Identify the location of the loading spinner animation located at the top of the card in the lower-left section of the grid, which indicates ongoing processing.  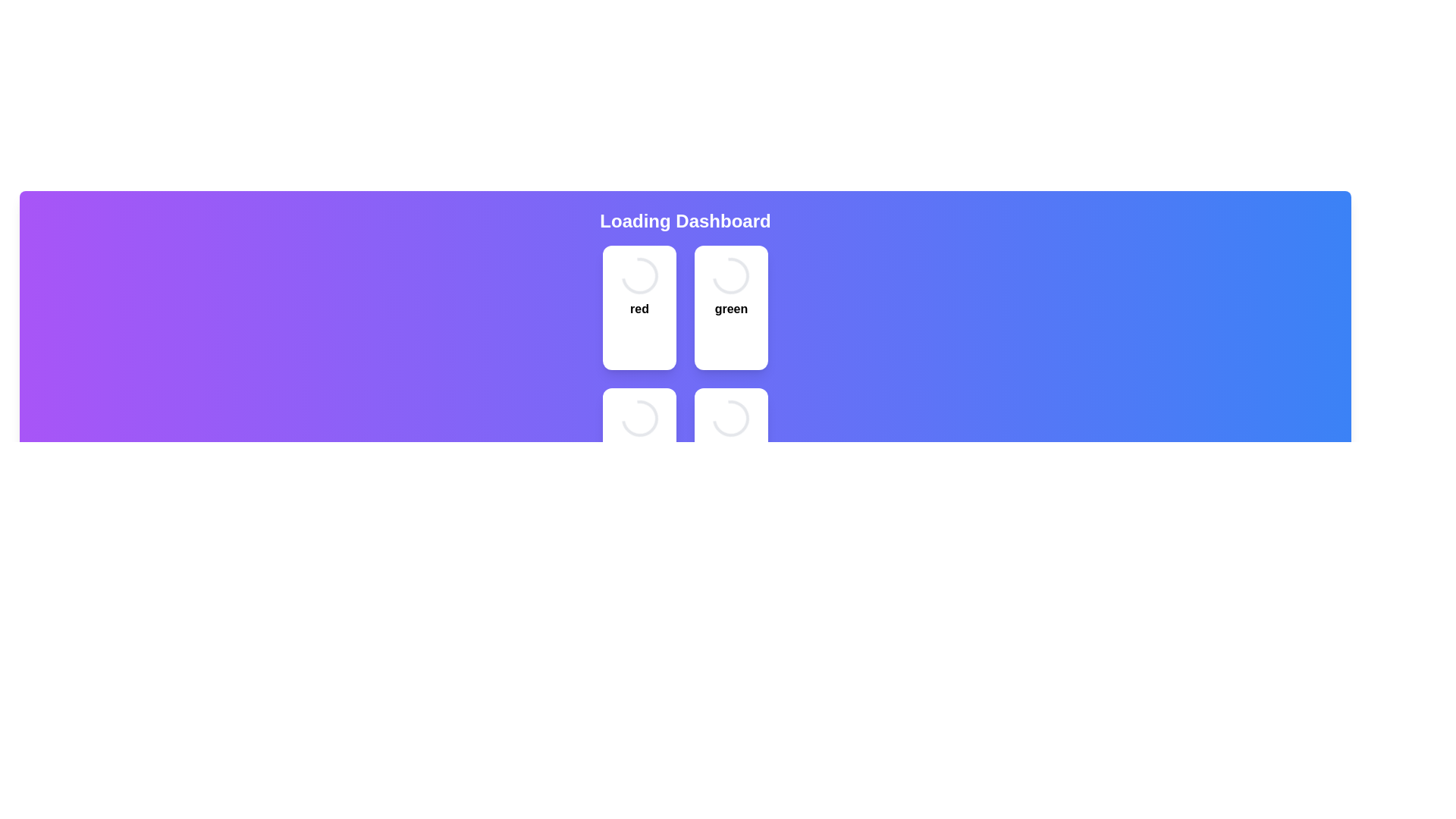
(639, 418).